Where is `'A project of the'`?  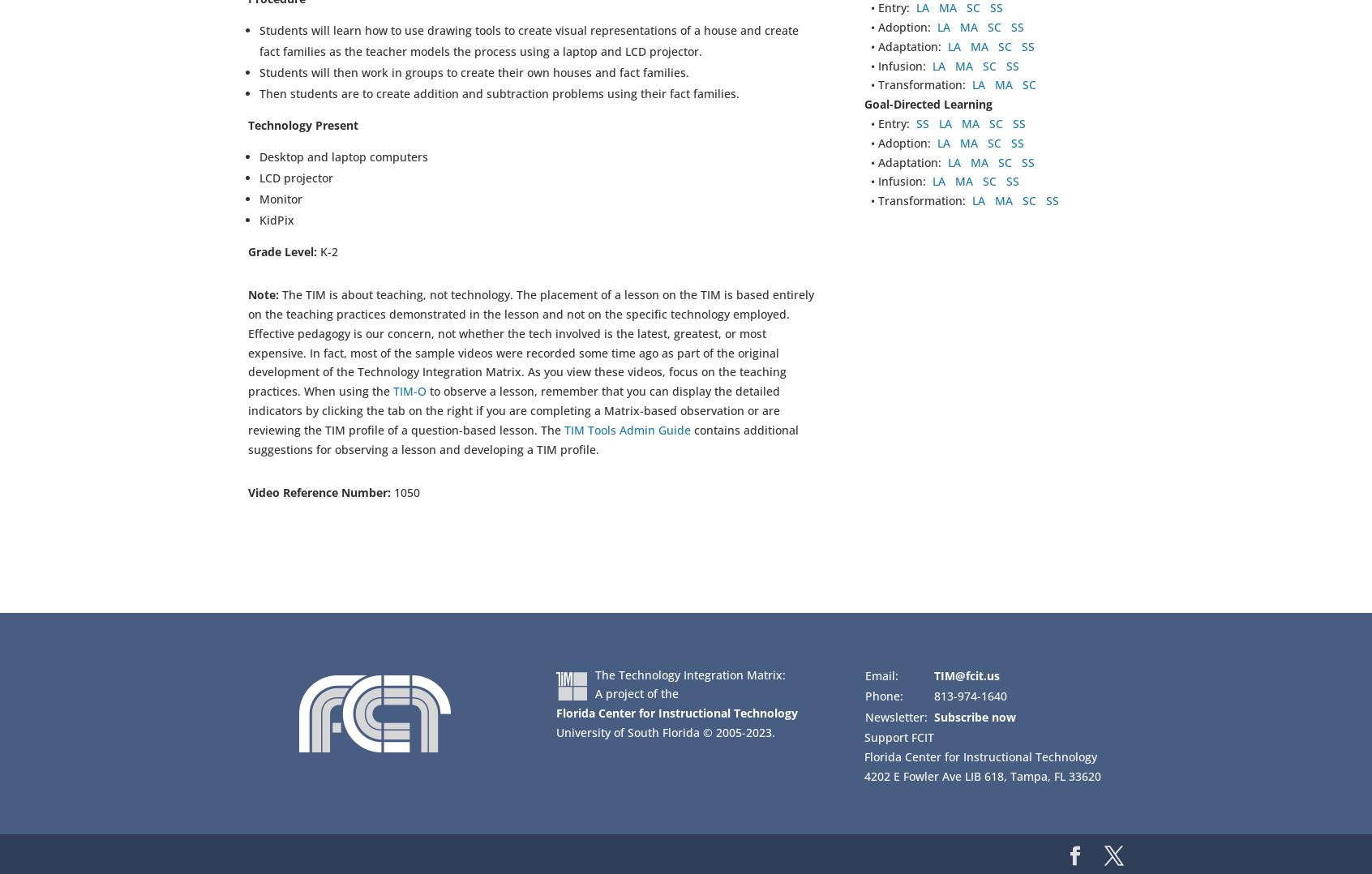
'A project of the' is located at coordinates (593, 692).